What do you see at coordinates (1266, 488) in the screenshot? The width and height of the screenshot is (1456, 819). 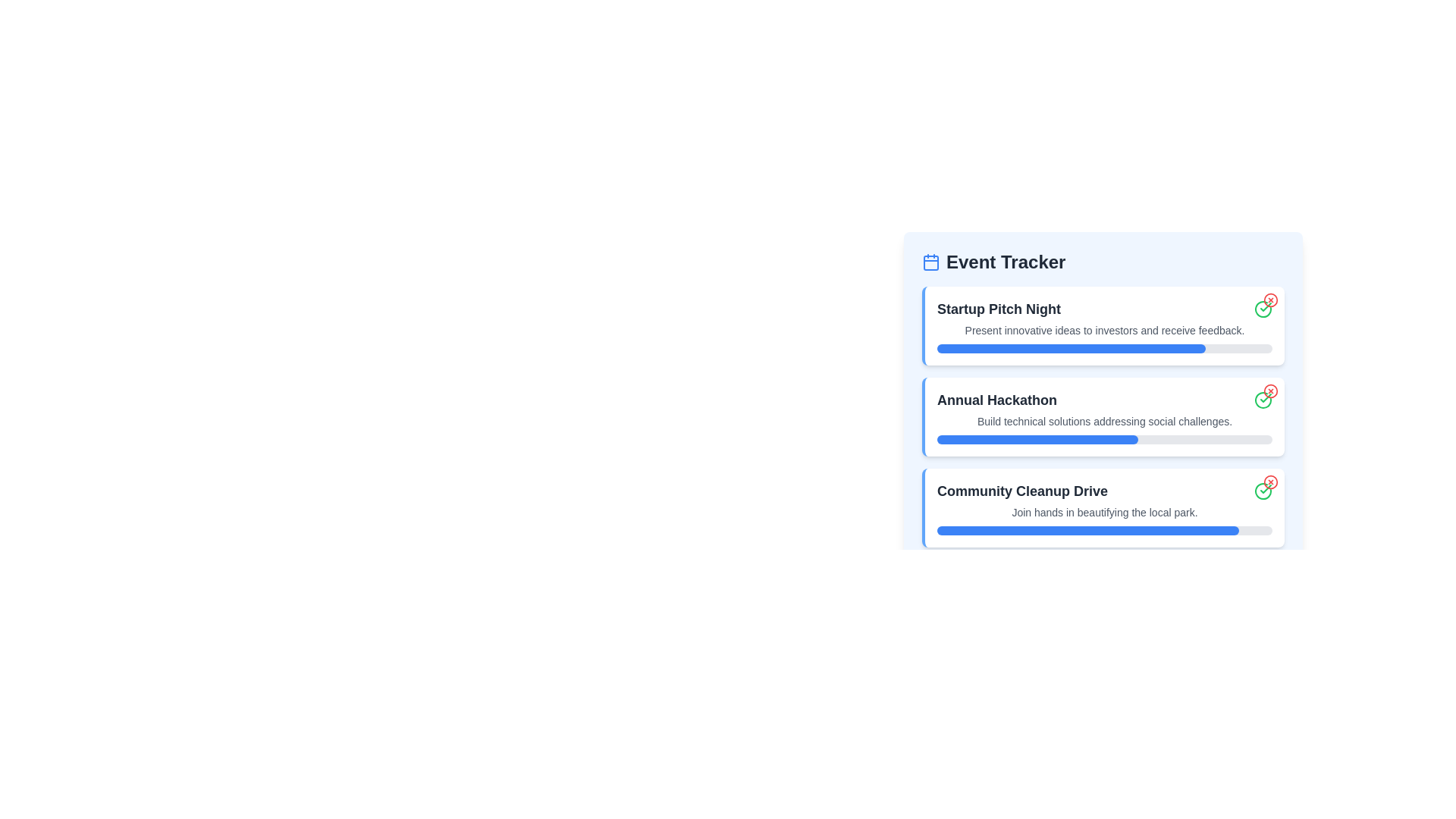 I see `the checkmark icon located at the bottom-right corner of the 'Community Cleanup Drive' card, which is styled with a smooth, minimalistic design` at bounding box center [1266, 488].